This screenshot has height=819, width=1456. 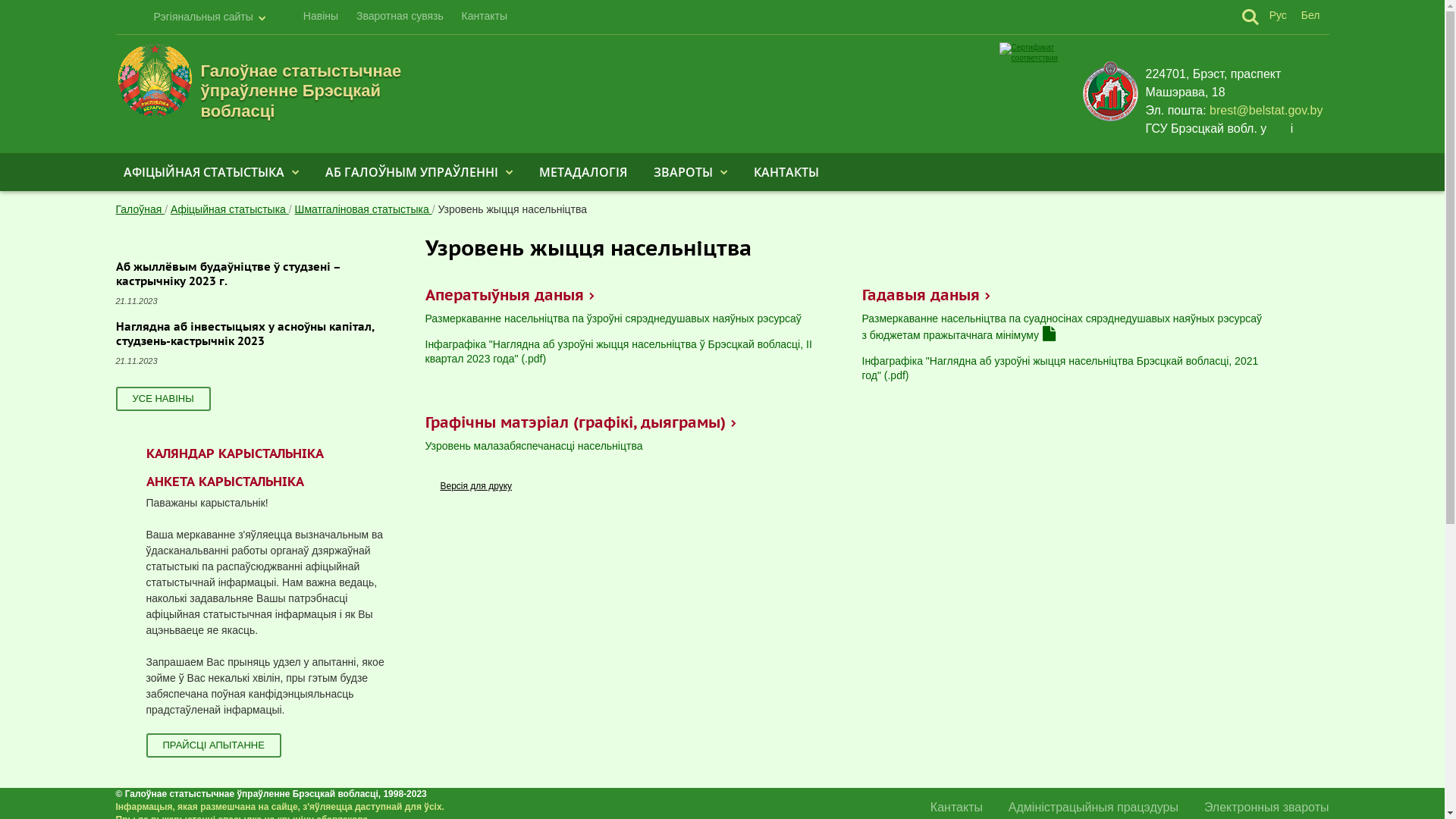 I want to click on 'brest@belstat.gov.by', so click(x=1266, y=110).